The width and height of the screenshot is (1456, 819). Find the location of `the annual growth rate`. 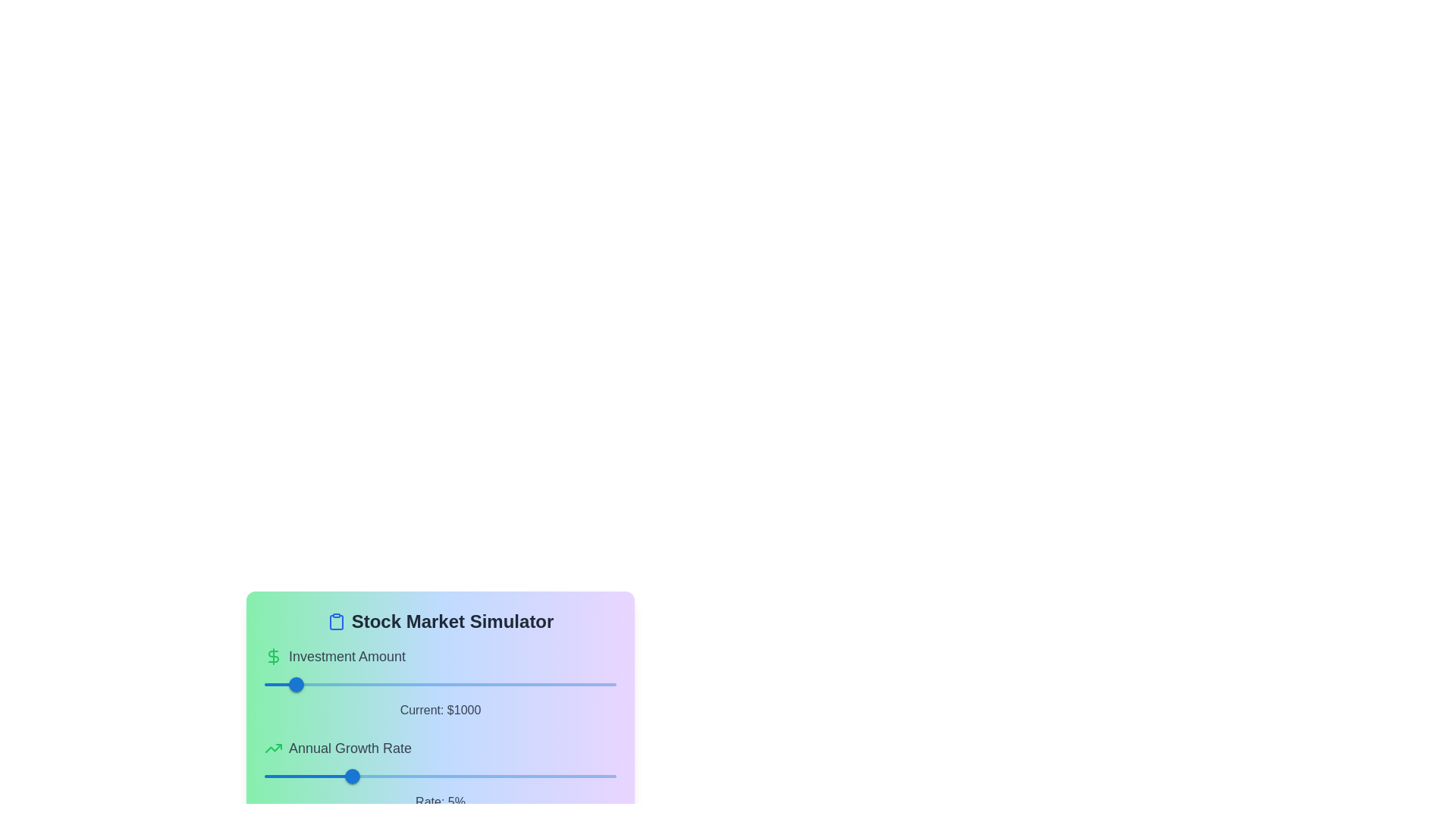

the annual growth rate is located at coordinates (613, 776).